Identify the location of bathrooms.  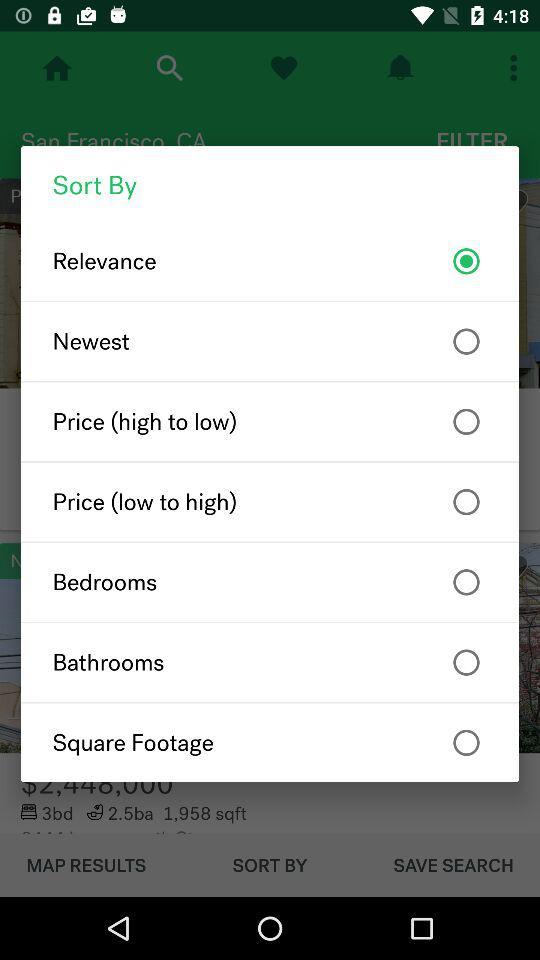
(270, 662).